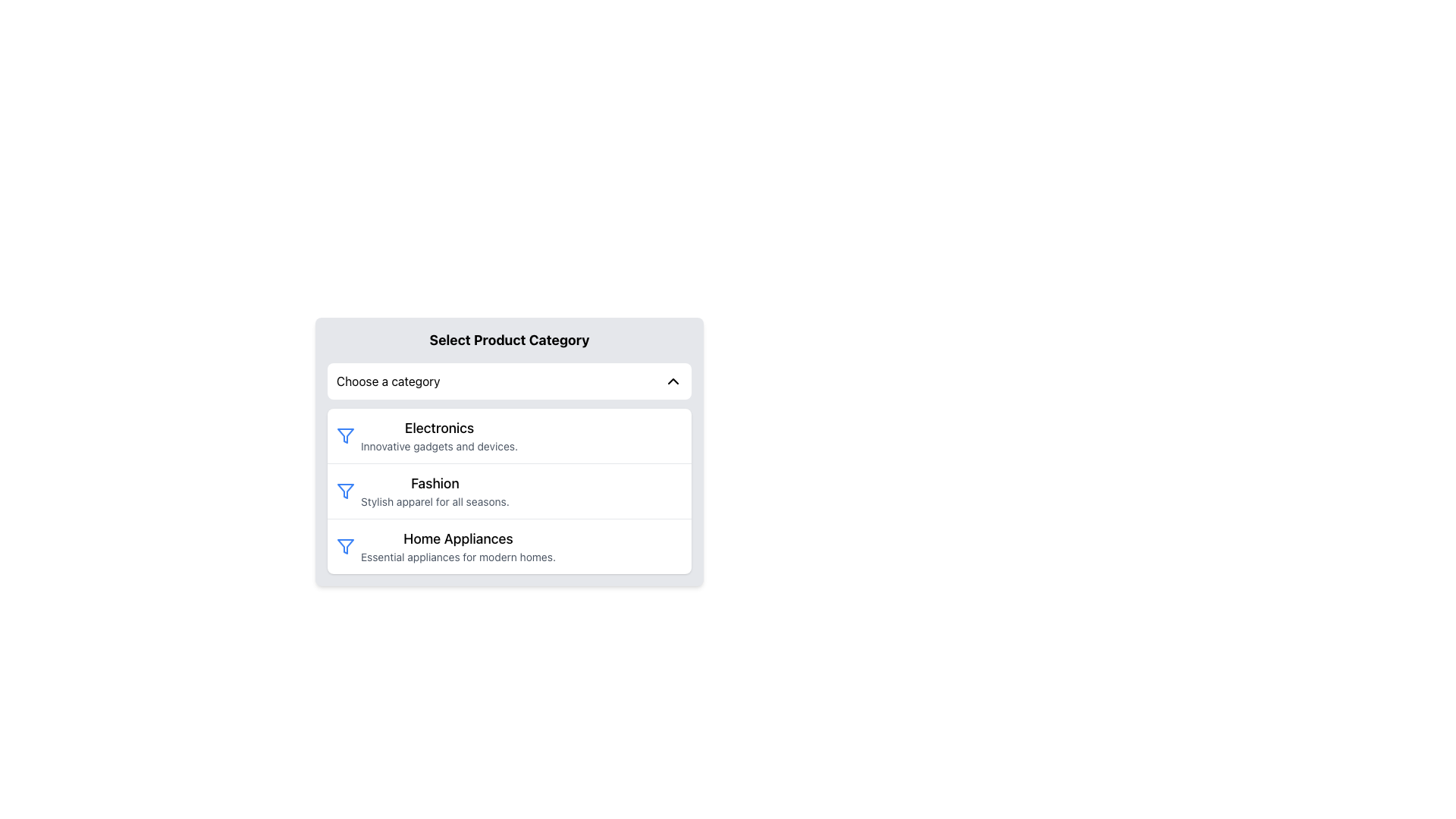  What do you see at coordinates (673, 380) in the screenshot?
I see `the dropdown state icon located at the rightmost position of the 'Choose a category' dropdown header` at bounding box center [673, 380].